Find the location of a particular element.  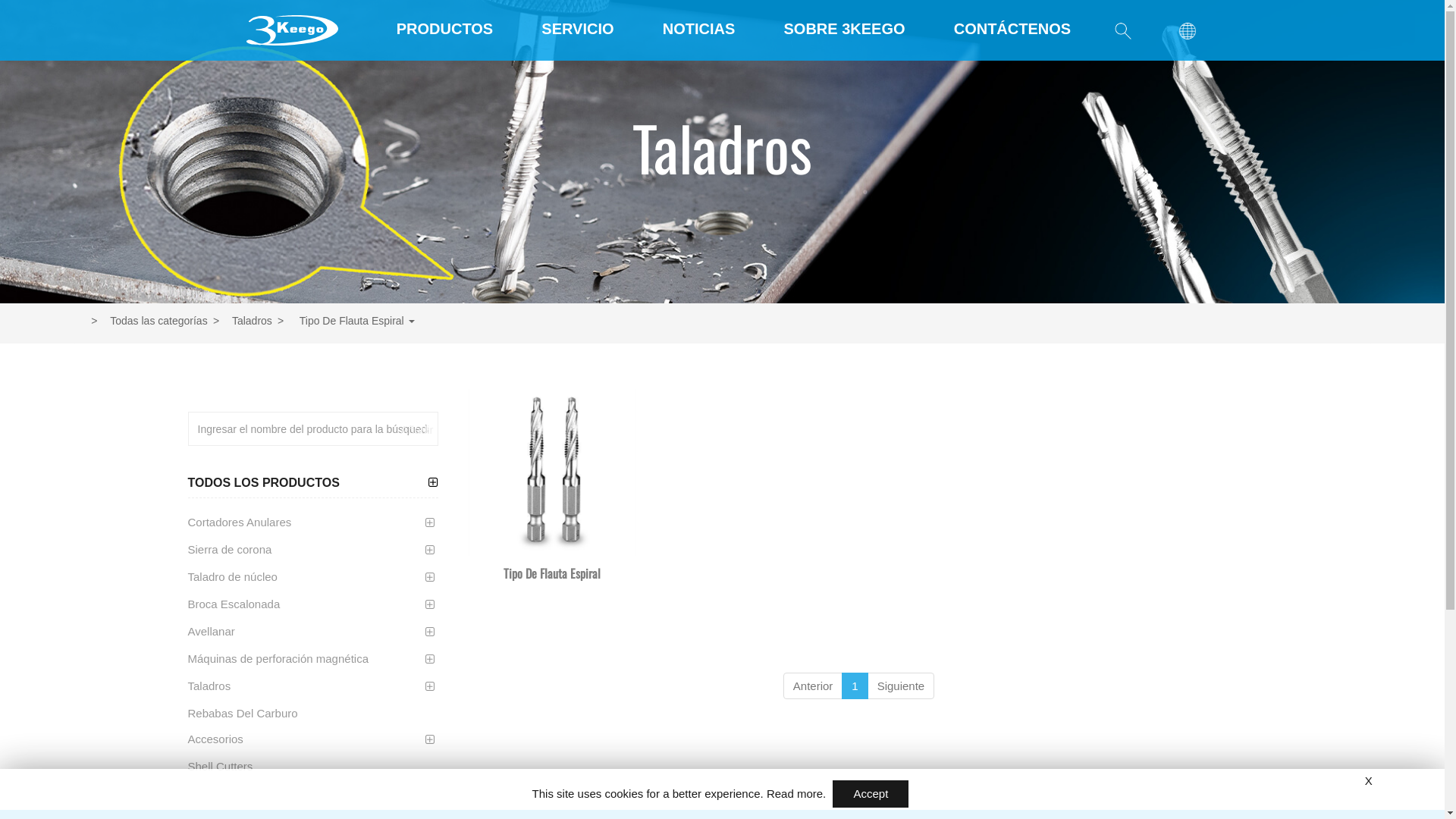

'Sierra de corona' is located at coordinates (229, 550).